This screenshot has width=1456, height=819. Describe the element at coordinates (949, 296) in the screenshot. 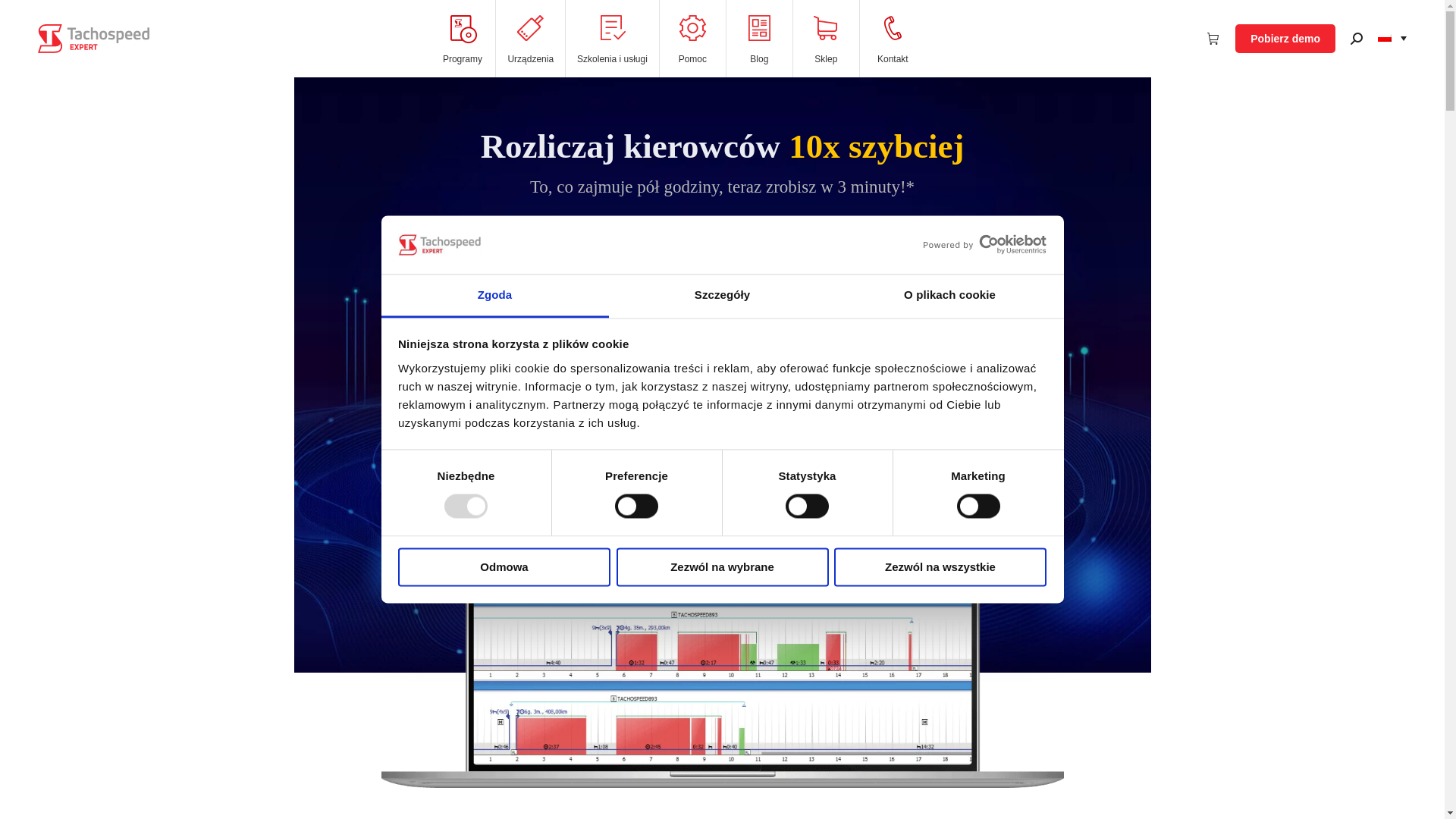

I see `'O plikach cookie'` at that location.